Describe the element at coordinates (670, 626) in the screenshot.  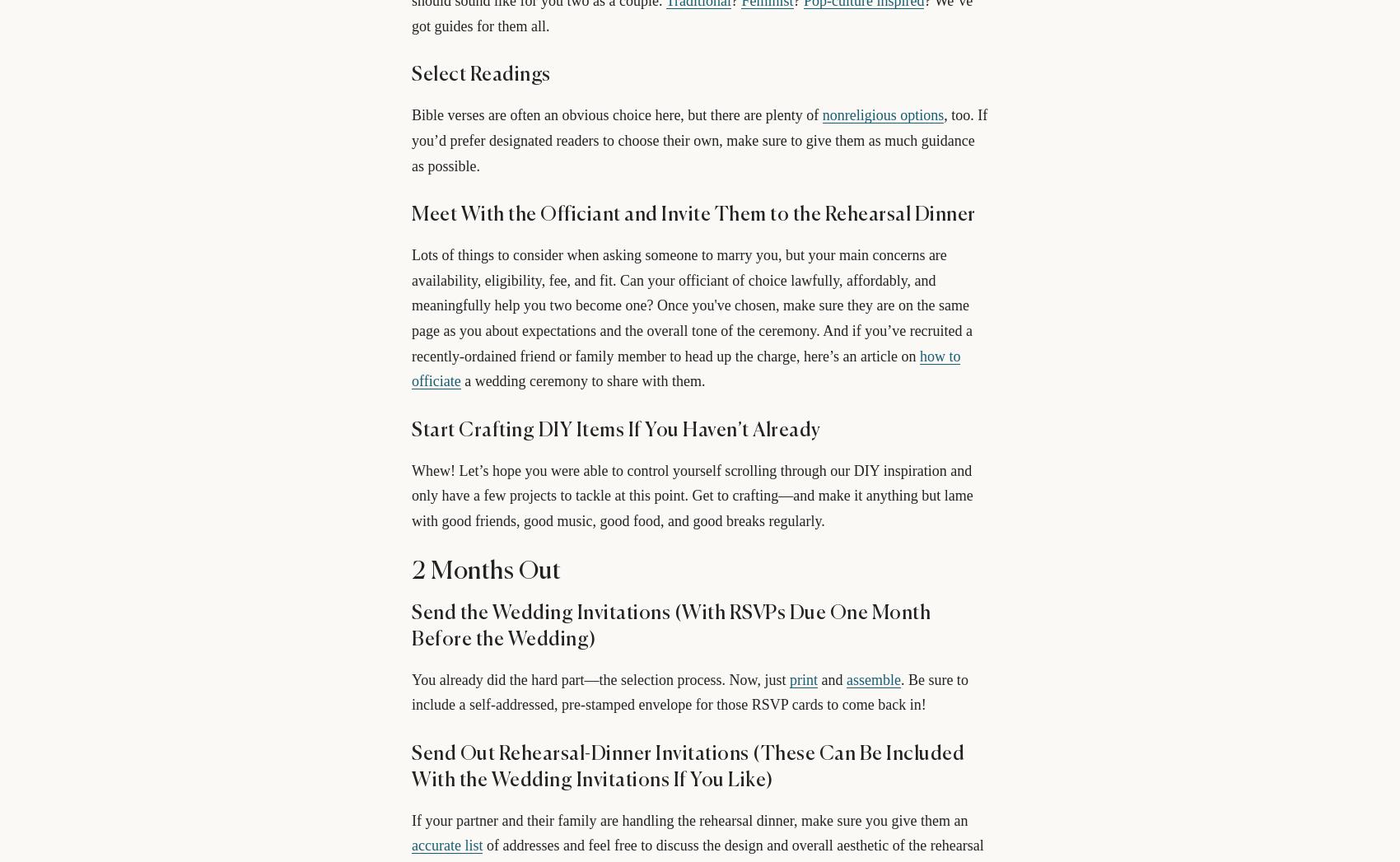
I see `'Send the Wedding Invitations (With RSVPs Due One Month Before the Wedding)'` at that location.